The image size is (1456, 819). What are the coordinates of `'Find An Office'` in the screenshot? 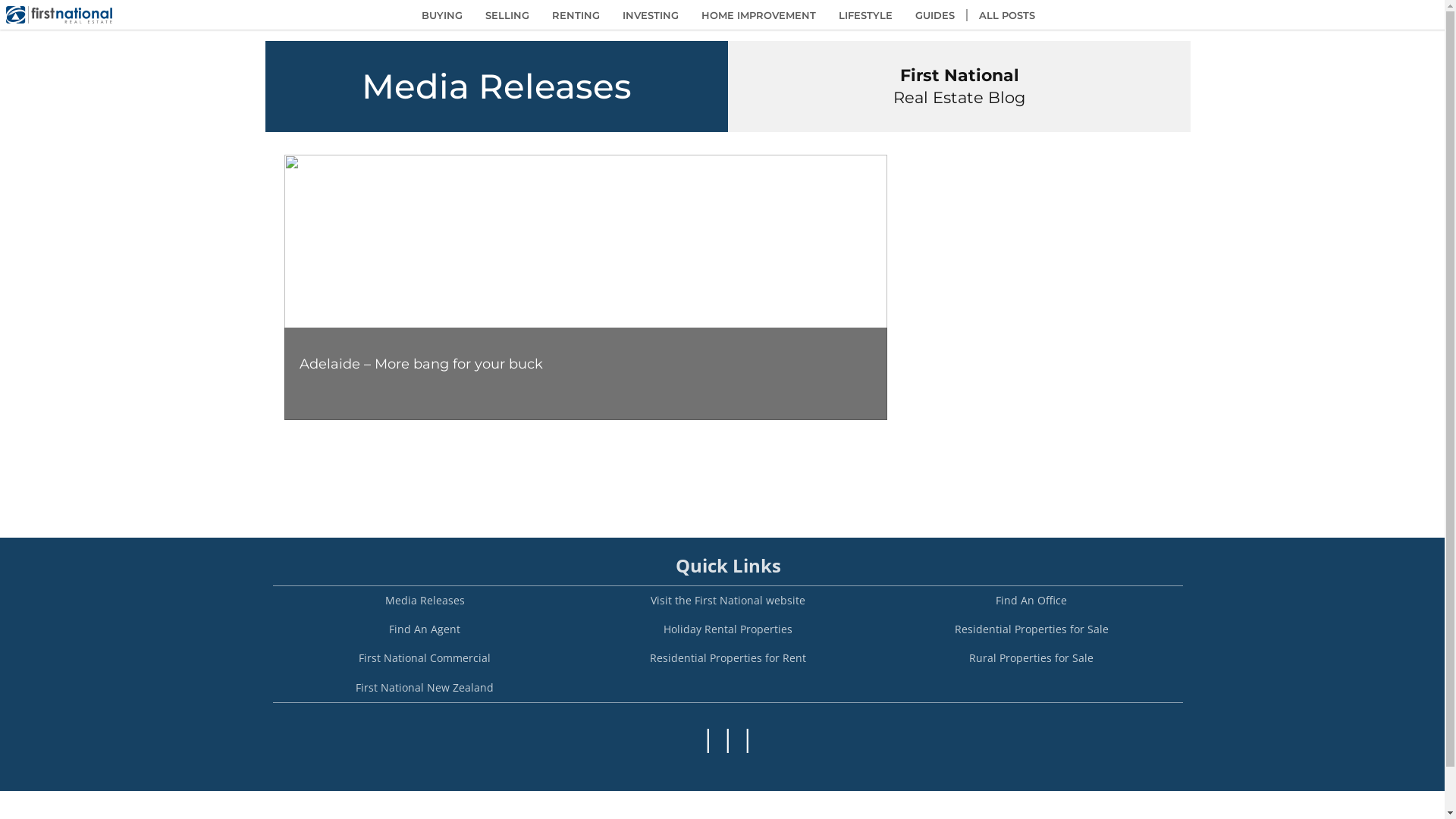 It's located at (1031, 599).